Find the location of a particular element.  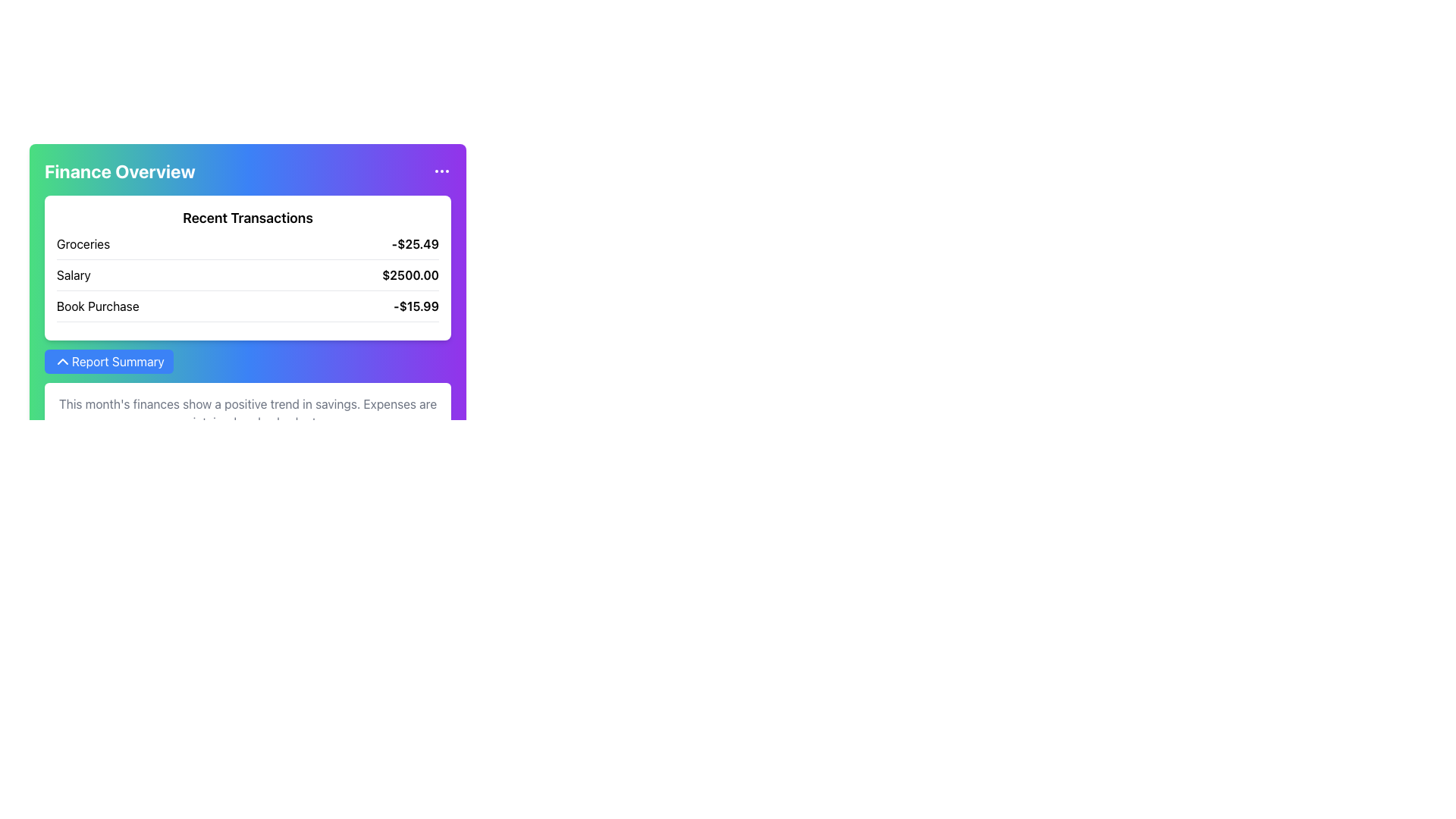

text label that serves as the header for the section summarizing recent financial transactions, located centrally within a white box is located at coordinates (247, 218).